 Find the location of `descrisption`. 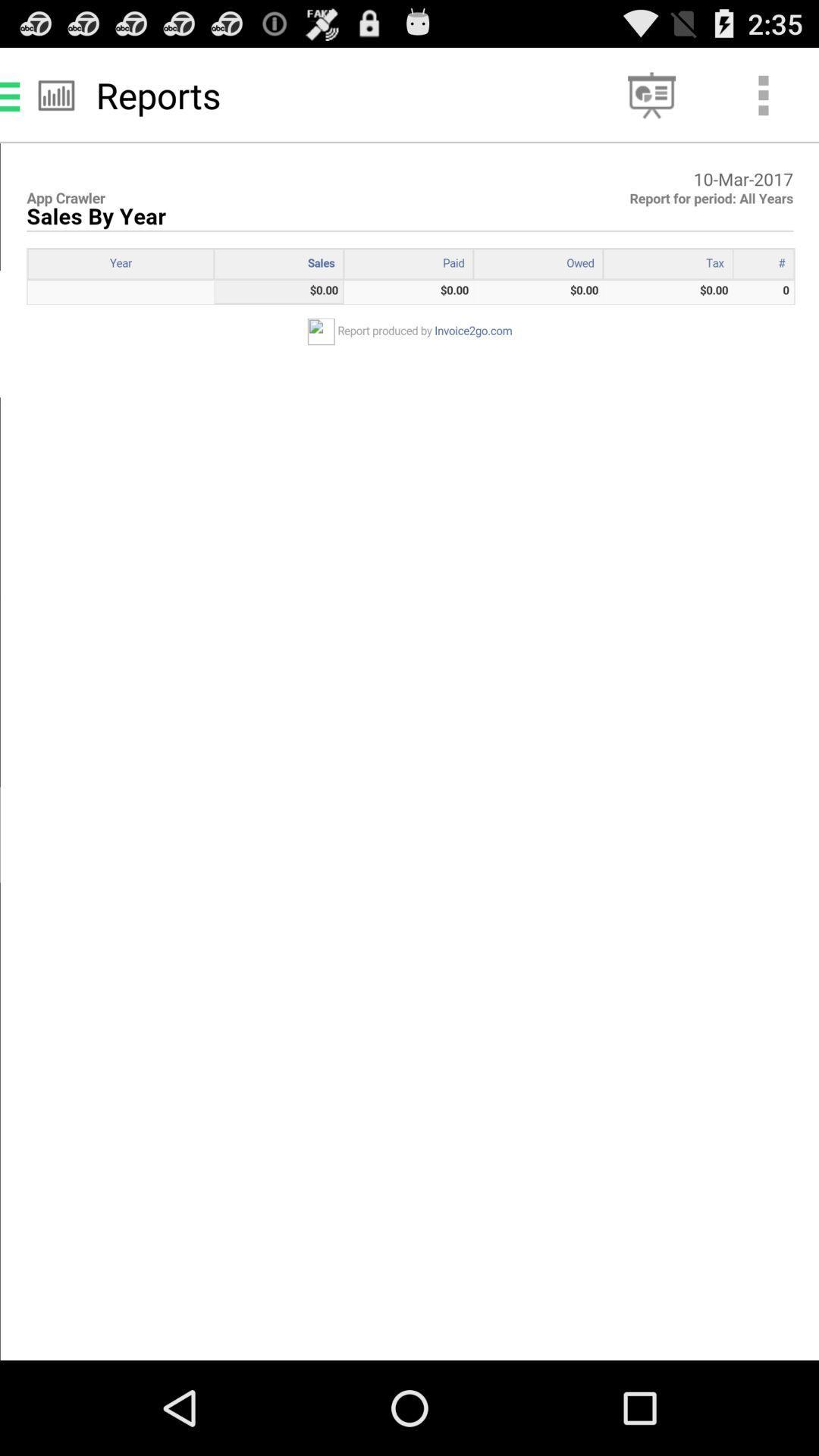

descrisption is located at coordinates (409, 752).